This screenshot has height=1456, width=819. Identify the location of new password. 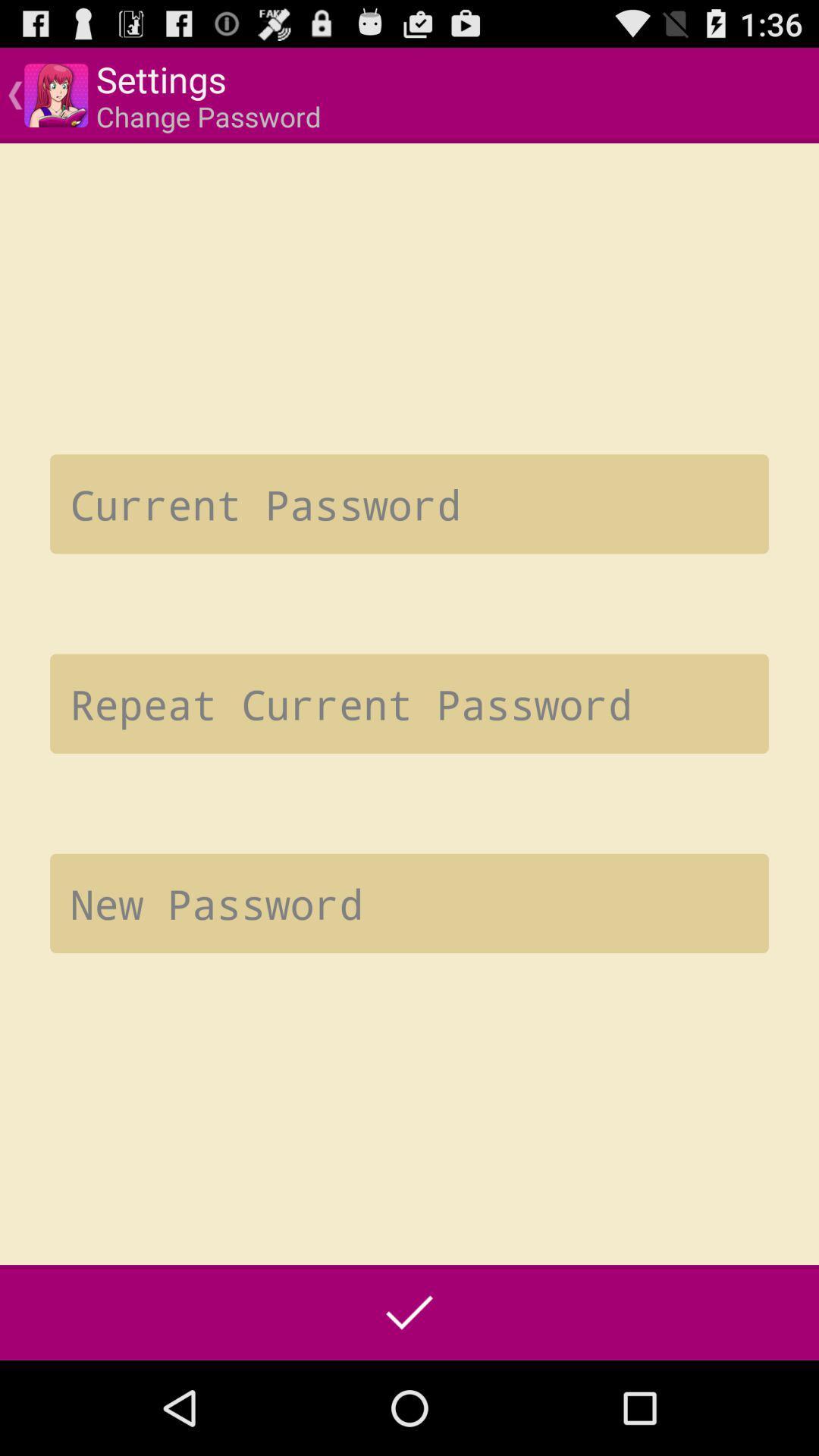
(409, 903).